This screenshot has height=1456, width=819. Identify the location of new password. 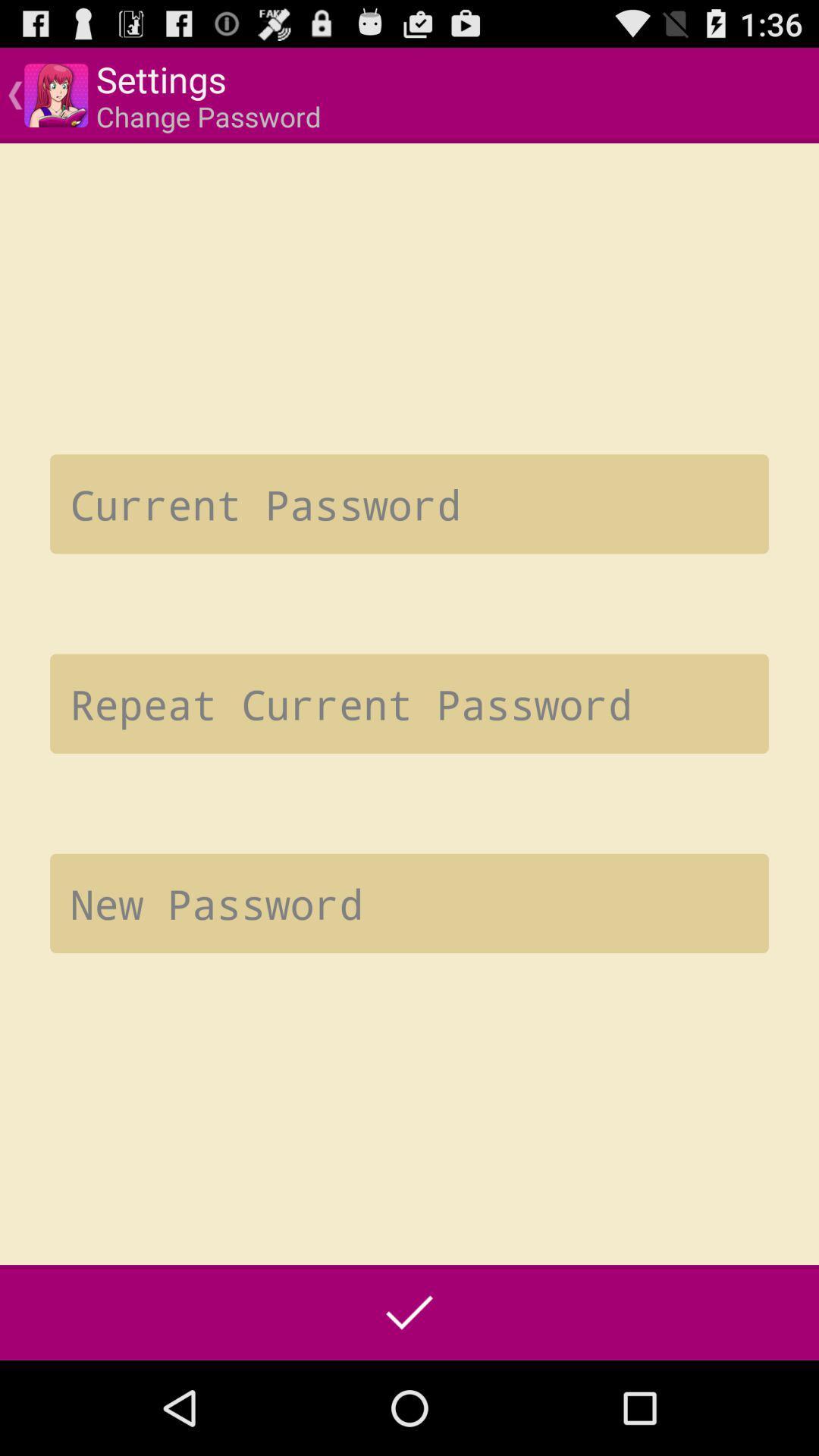
(409, 903).